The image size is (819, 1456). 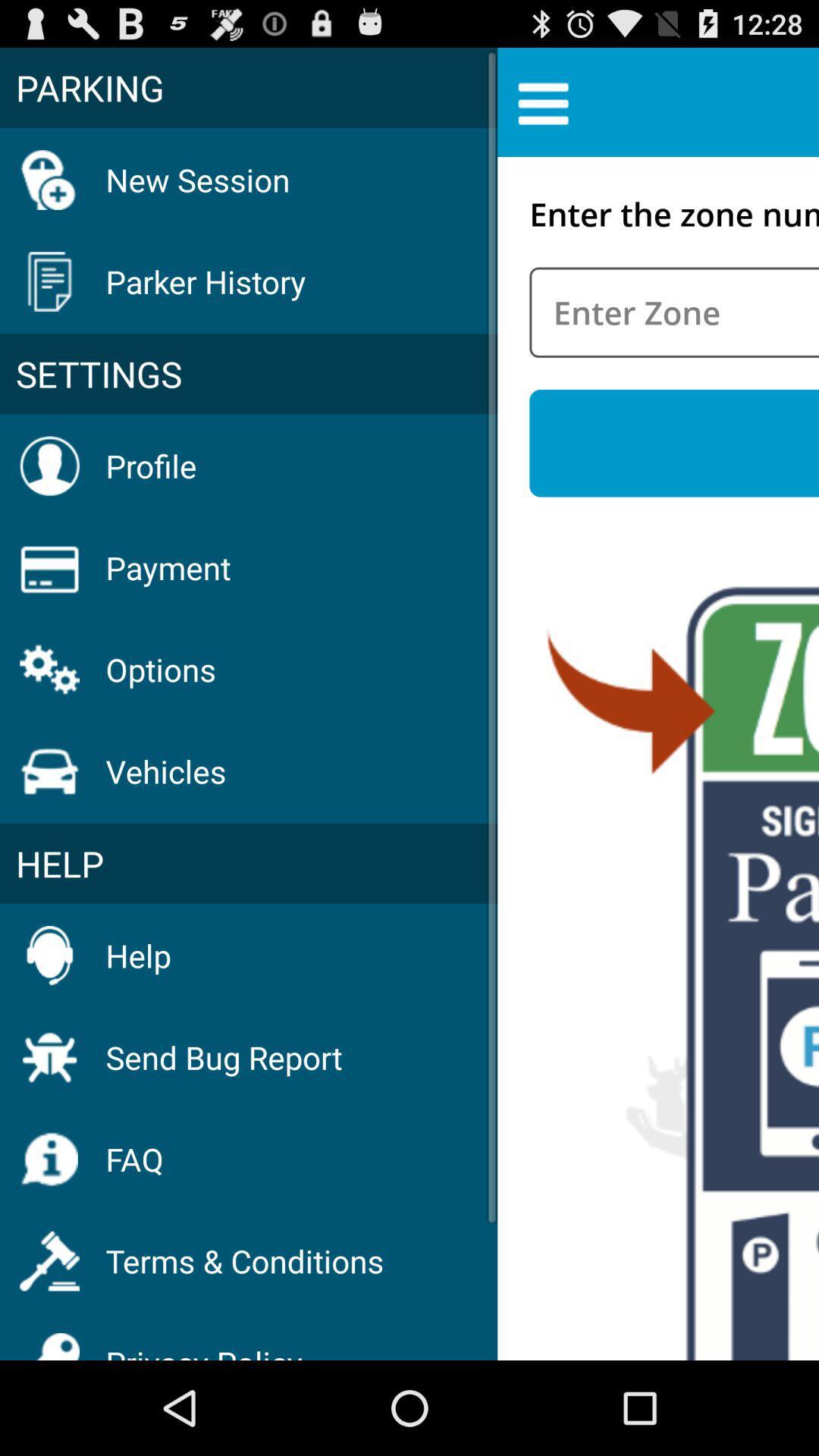 What do you see at coordinates (166, 771) in the screenshot?
I see `the icon below the options` at bounding box center [166, 771].